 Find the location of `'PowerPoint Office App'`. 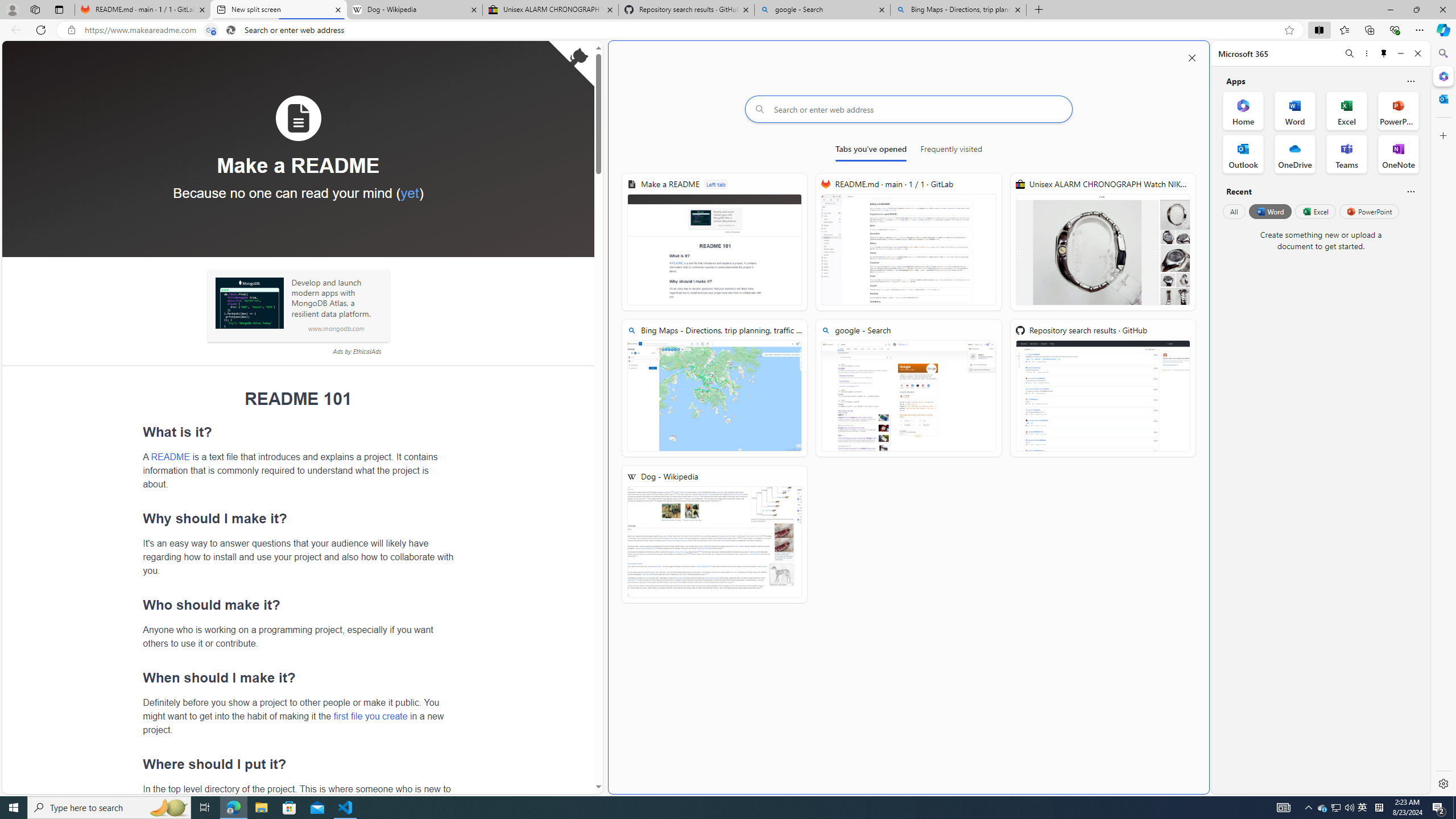

'PowerPoint Office App' is located at coordinates (1398, 111).